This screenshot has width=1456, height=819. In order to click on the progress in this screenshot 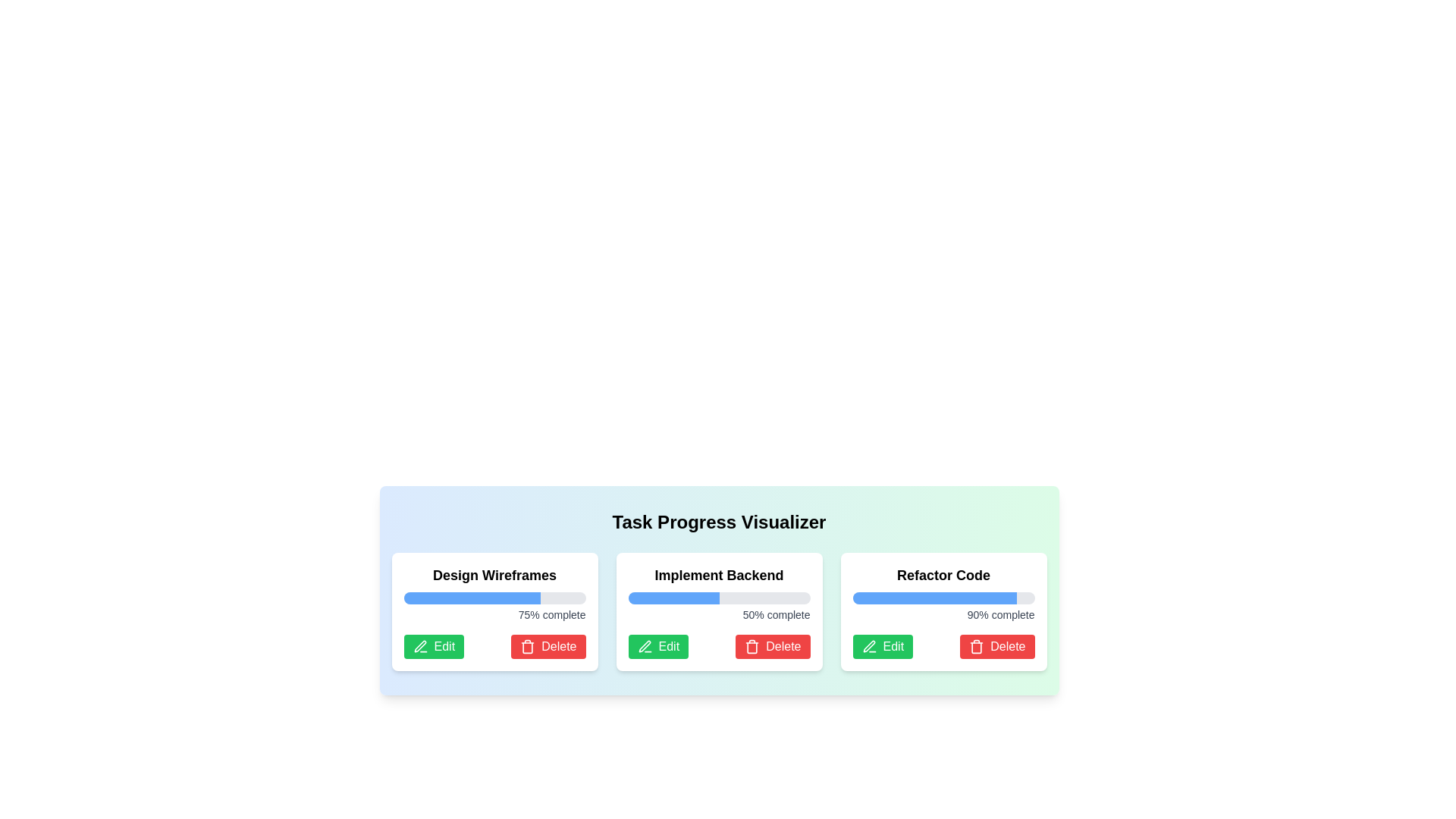, I will do `click(855, 598)`.